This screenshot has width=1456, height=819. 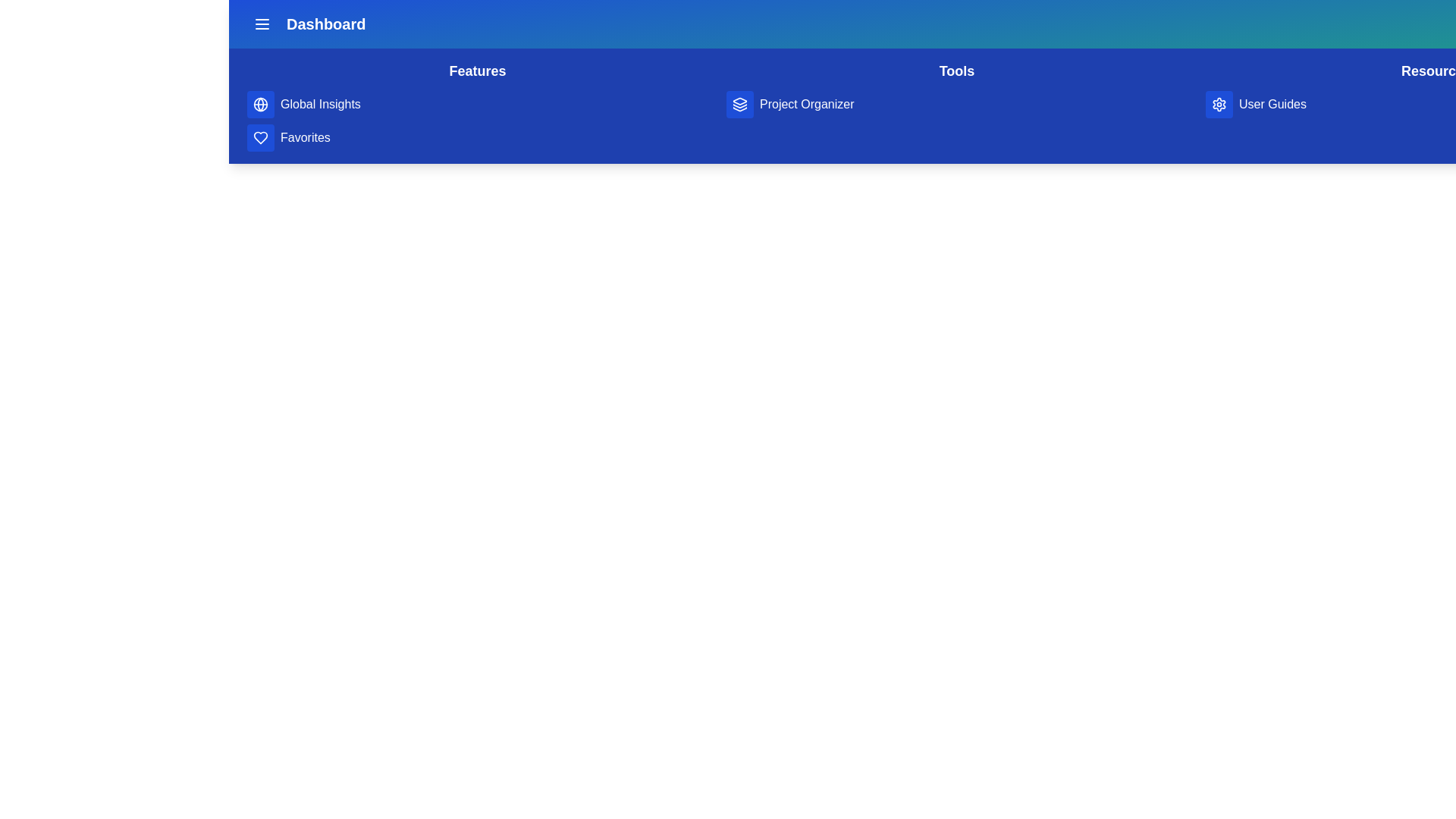 I want to click on the 'Favorites' icon located in the left vertical navigation bar, below 'Global Insights', so click(x=261, y=137).